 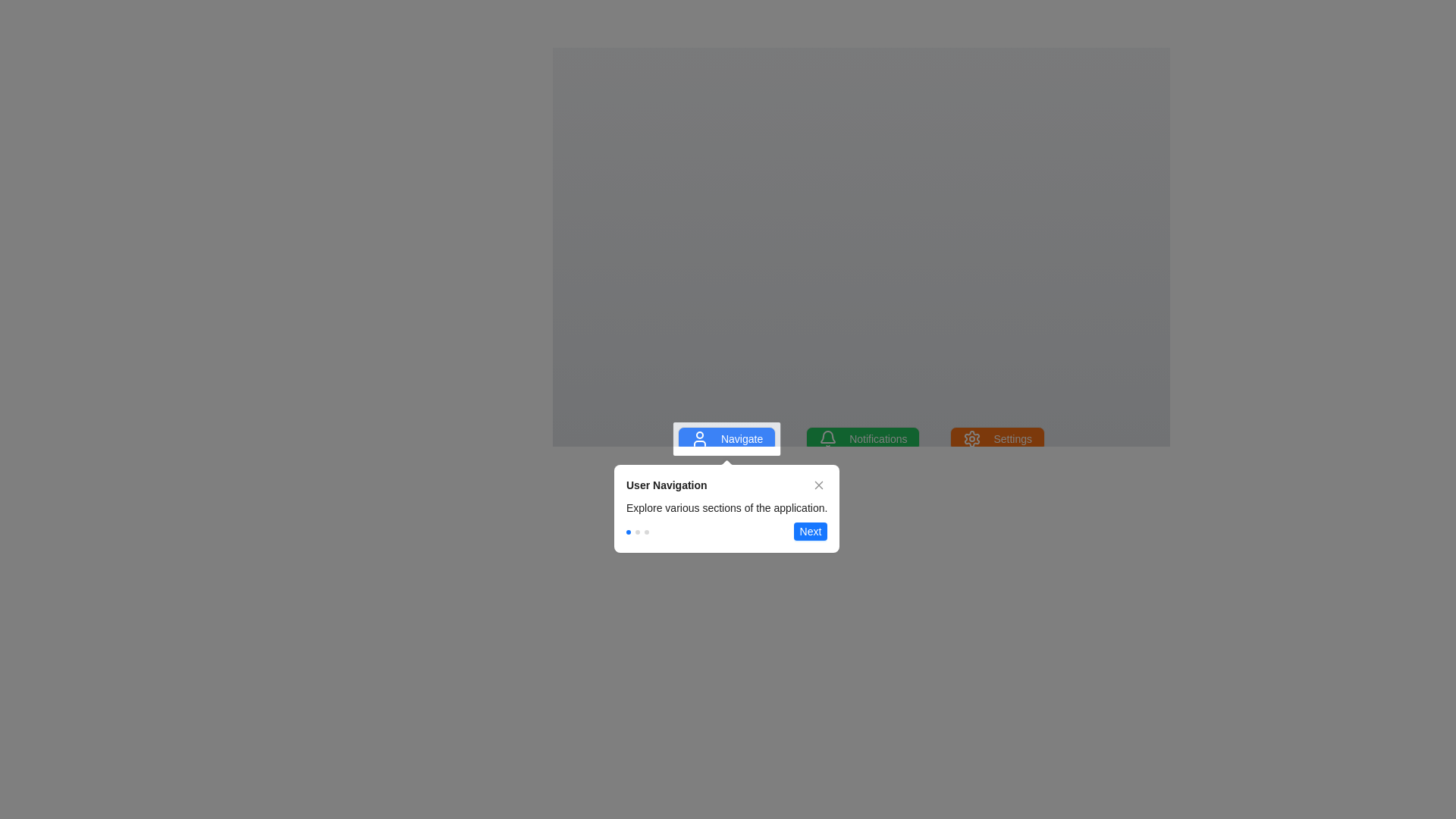 I want to click on the 'Navigate' button which has a blue background and white text, positioned near the center-bottom of the interface, so click(x=742, y=438).